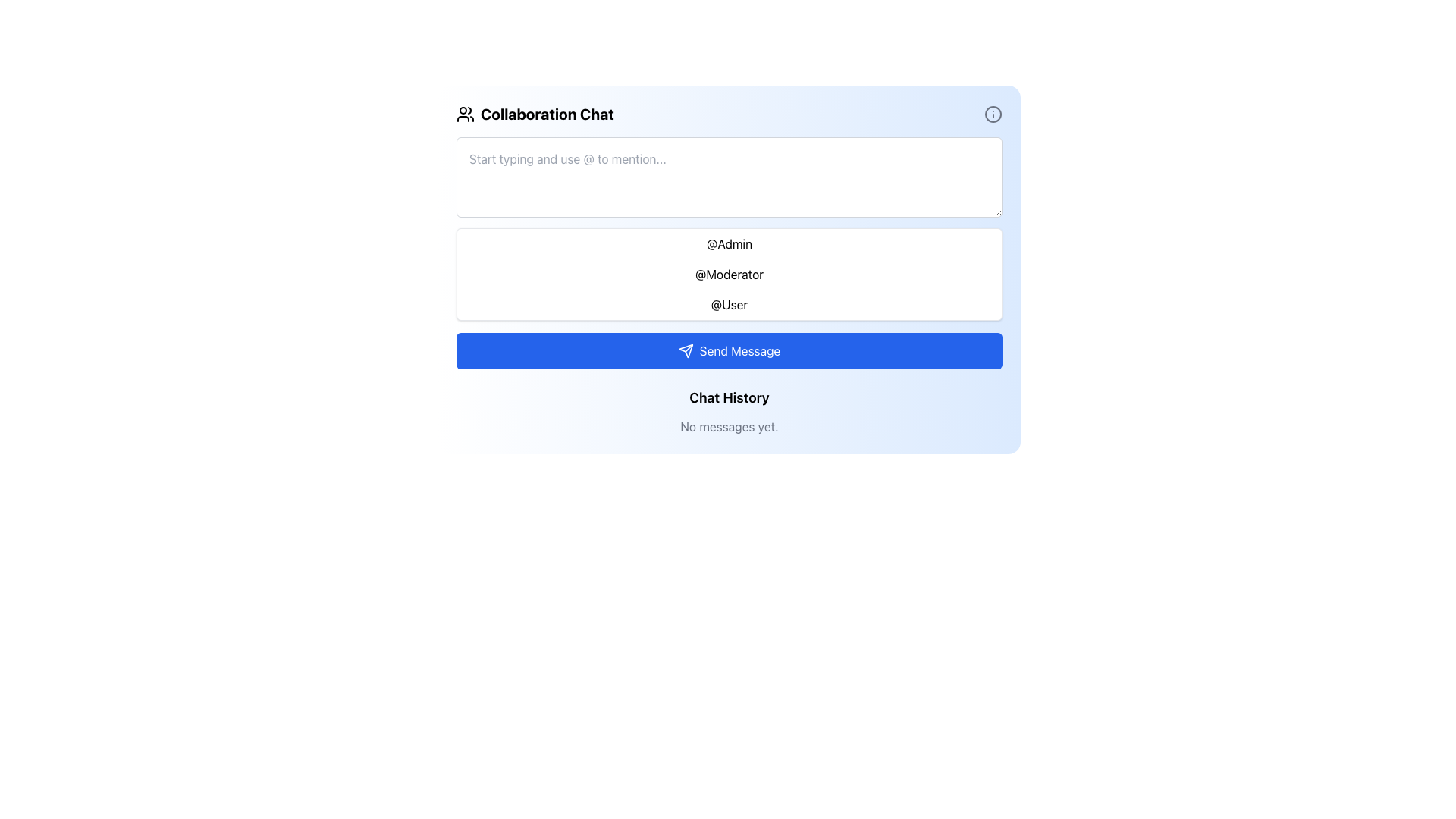 The image size is (1456, 819). What do you see at coordinates (729, 350) in the screenshot?
I see `the message sending button located at the bottom of the chat section, which is positioned directly below the tagged users and above the Chat History heading to observe its hover effect` at bounding box center [729, 350].